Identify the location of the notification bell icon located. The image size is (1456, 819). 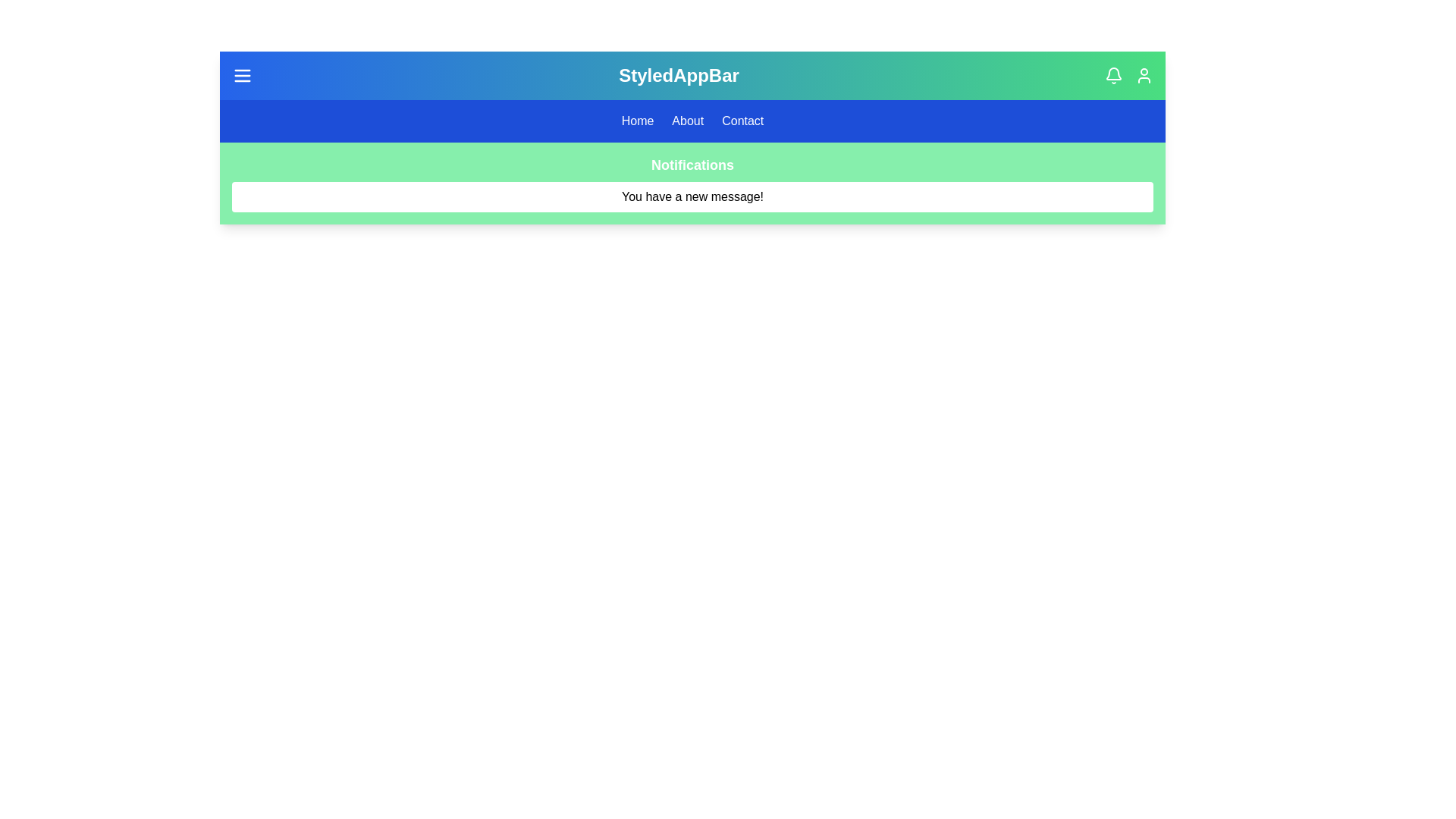
(1113, 76).